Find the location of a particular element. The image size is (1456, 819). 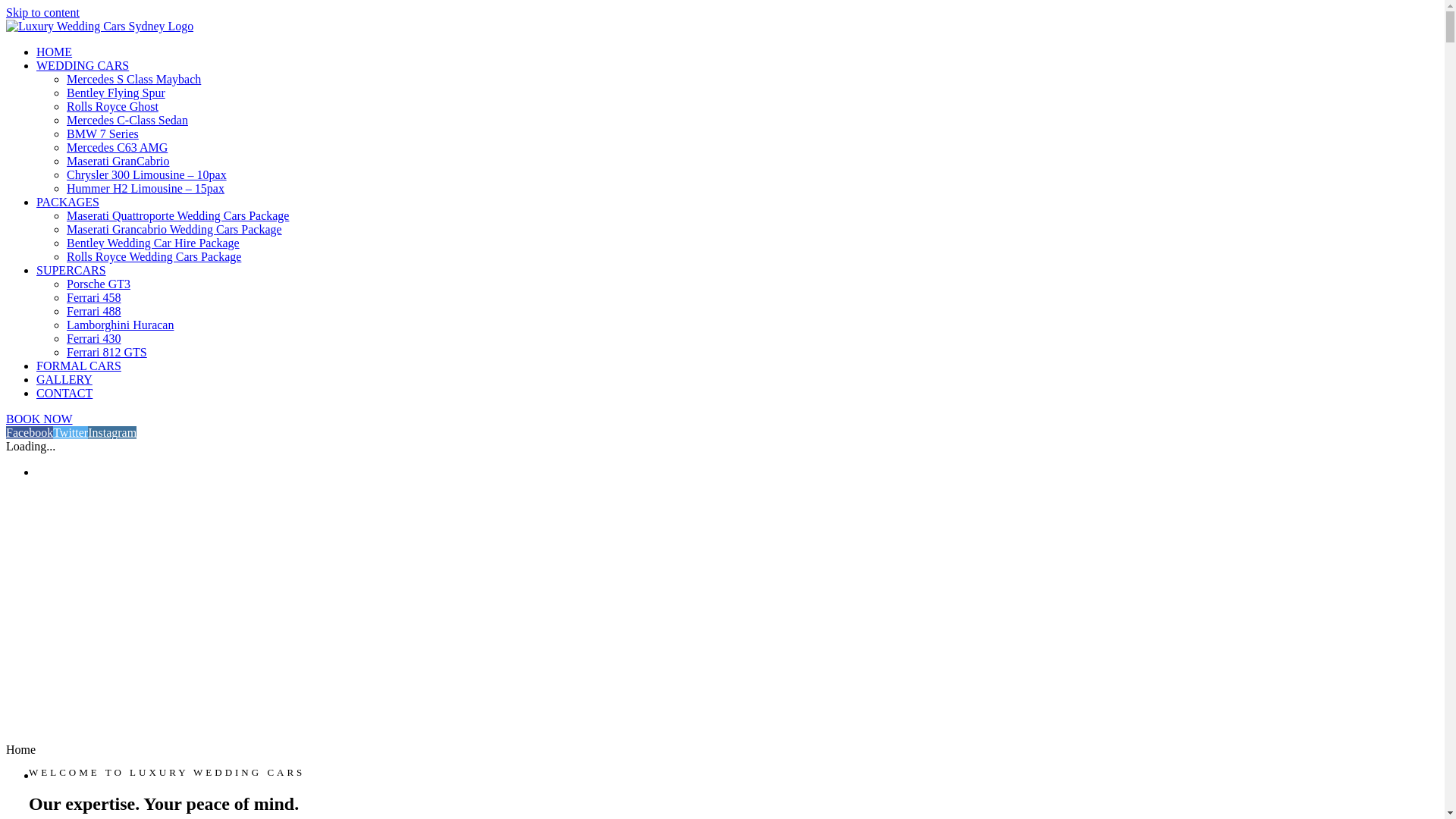

'CONTACT' is located at coordinates (64, 392).